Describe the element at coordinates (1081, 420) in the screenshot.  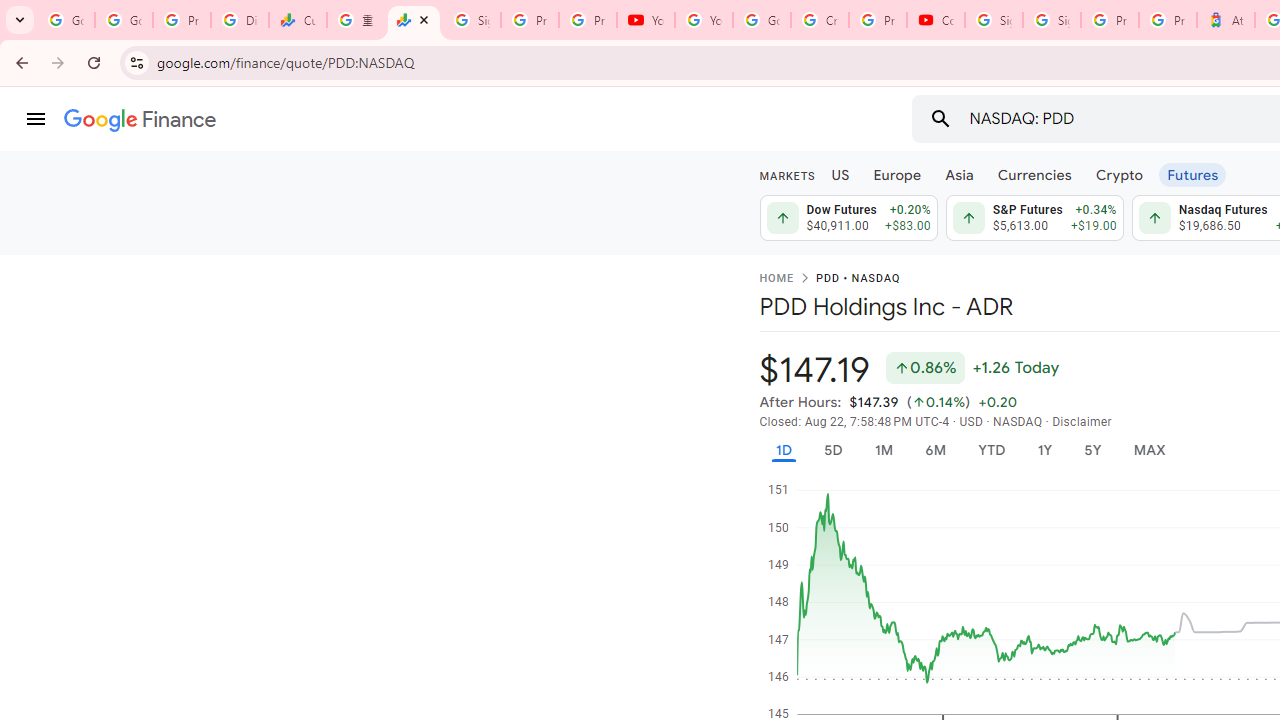
I see `'Disclaimer'` at that location.